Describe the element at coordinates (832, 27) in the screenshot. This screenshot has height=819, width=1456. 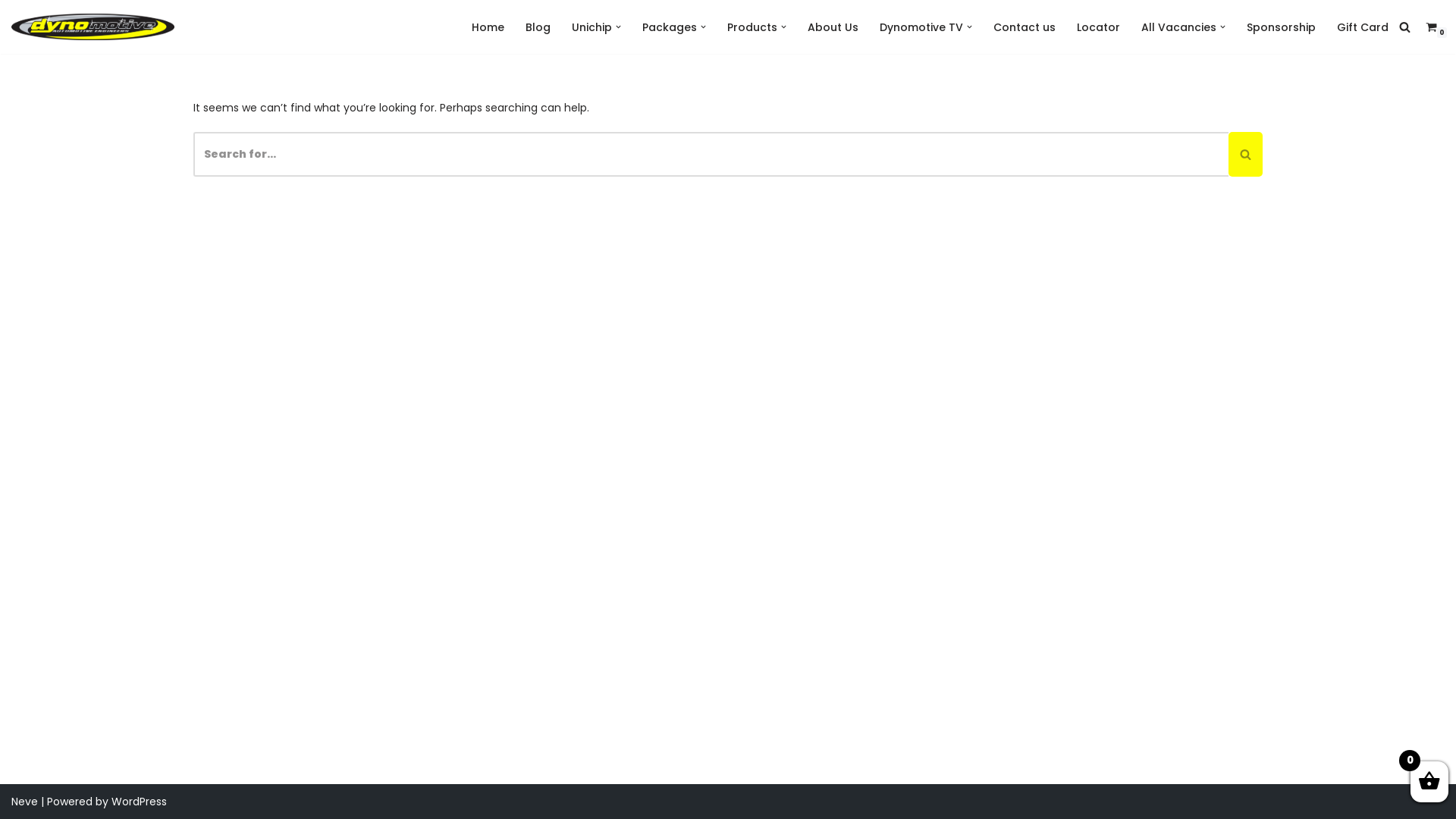
I see `'About Us'` at that location.